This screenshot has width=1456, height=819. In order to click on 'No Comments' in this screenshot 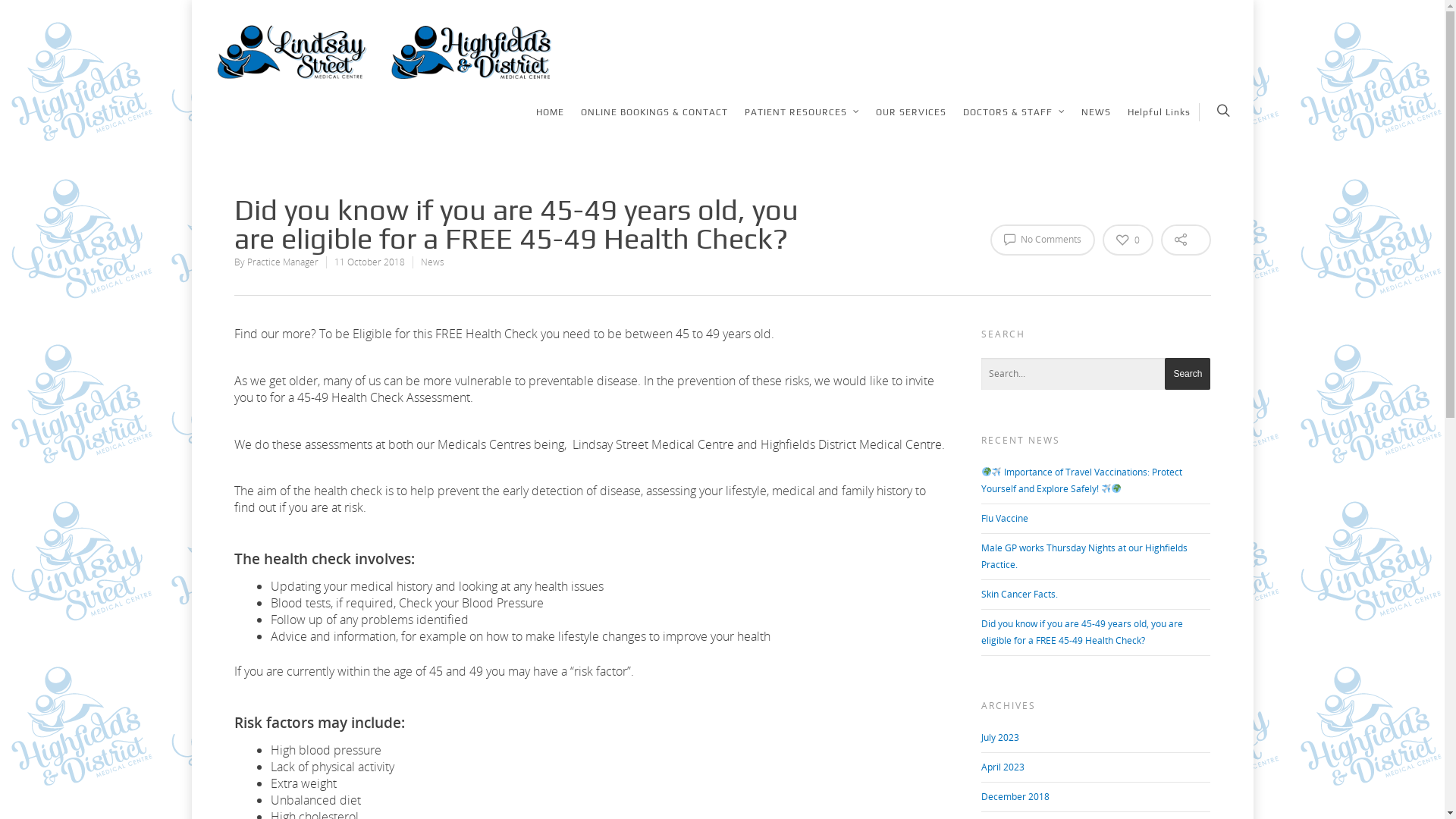, I will do `click(1041, 239)`.